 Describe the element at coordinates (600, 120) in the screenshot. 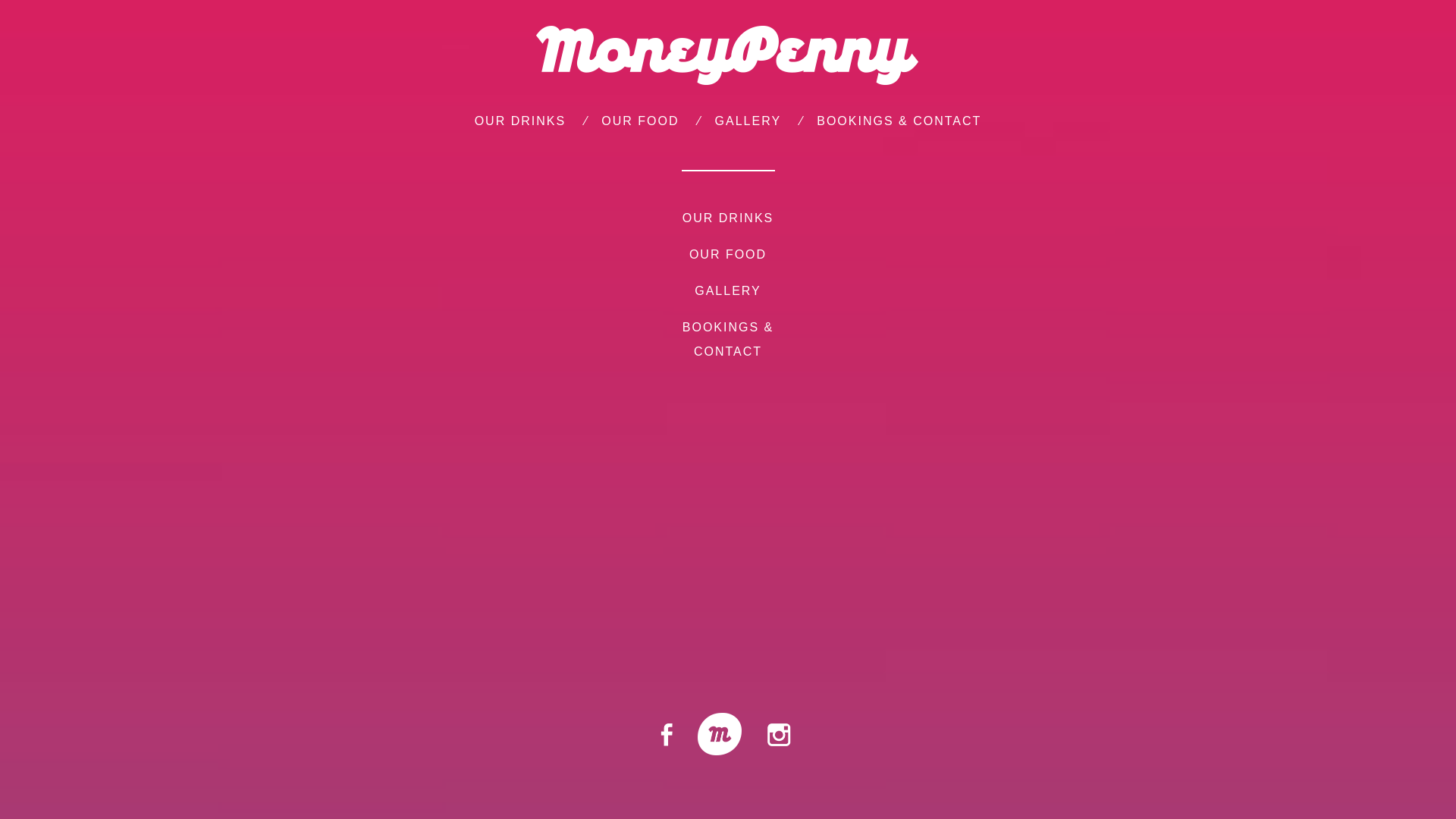

I see `'OUR FOOD'` at that location.